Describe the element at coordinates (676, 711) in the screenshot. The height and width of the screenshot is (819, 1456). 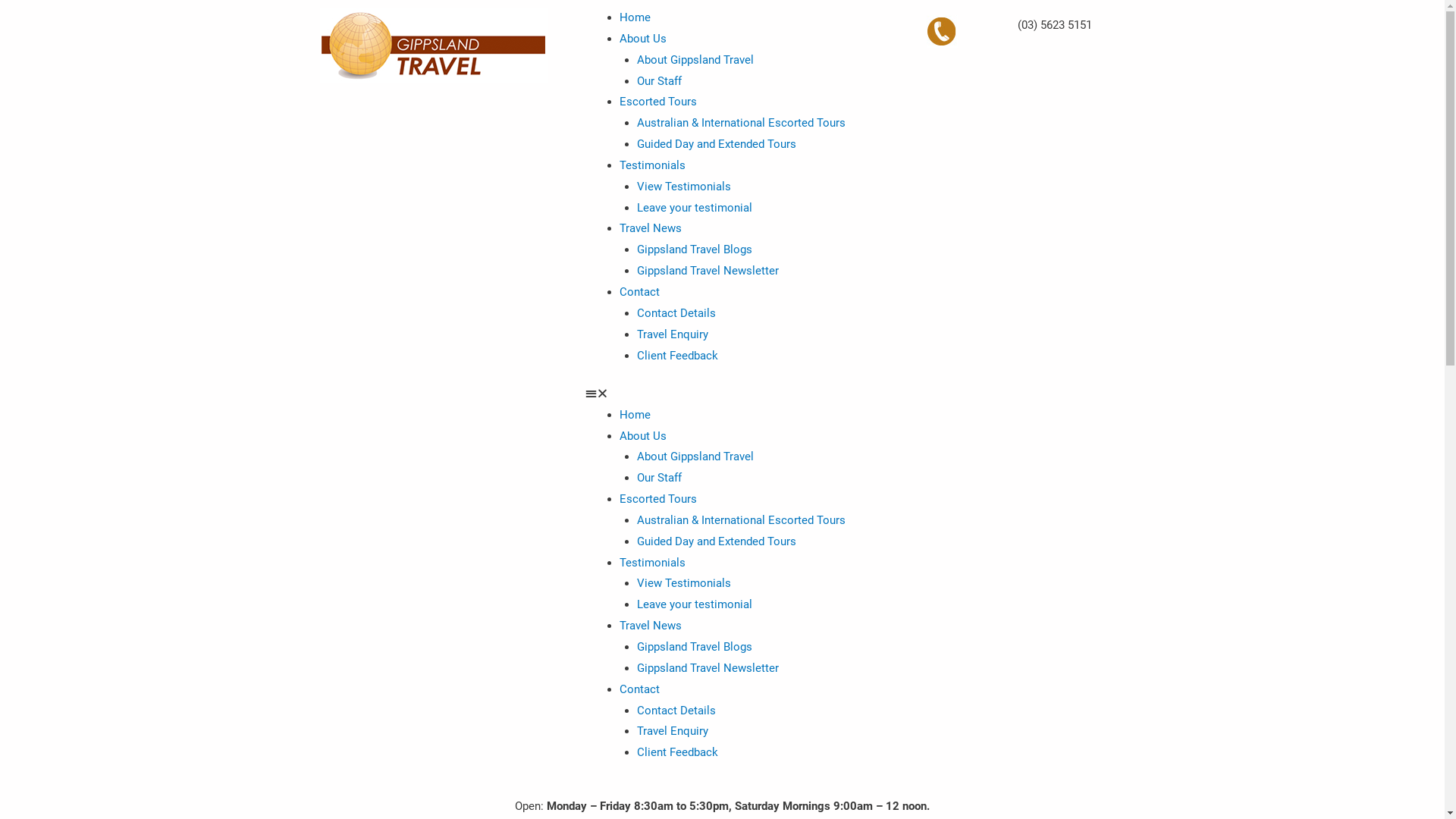
I see `'Contact Details'` at that location.